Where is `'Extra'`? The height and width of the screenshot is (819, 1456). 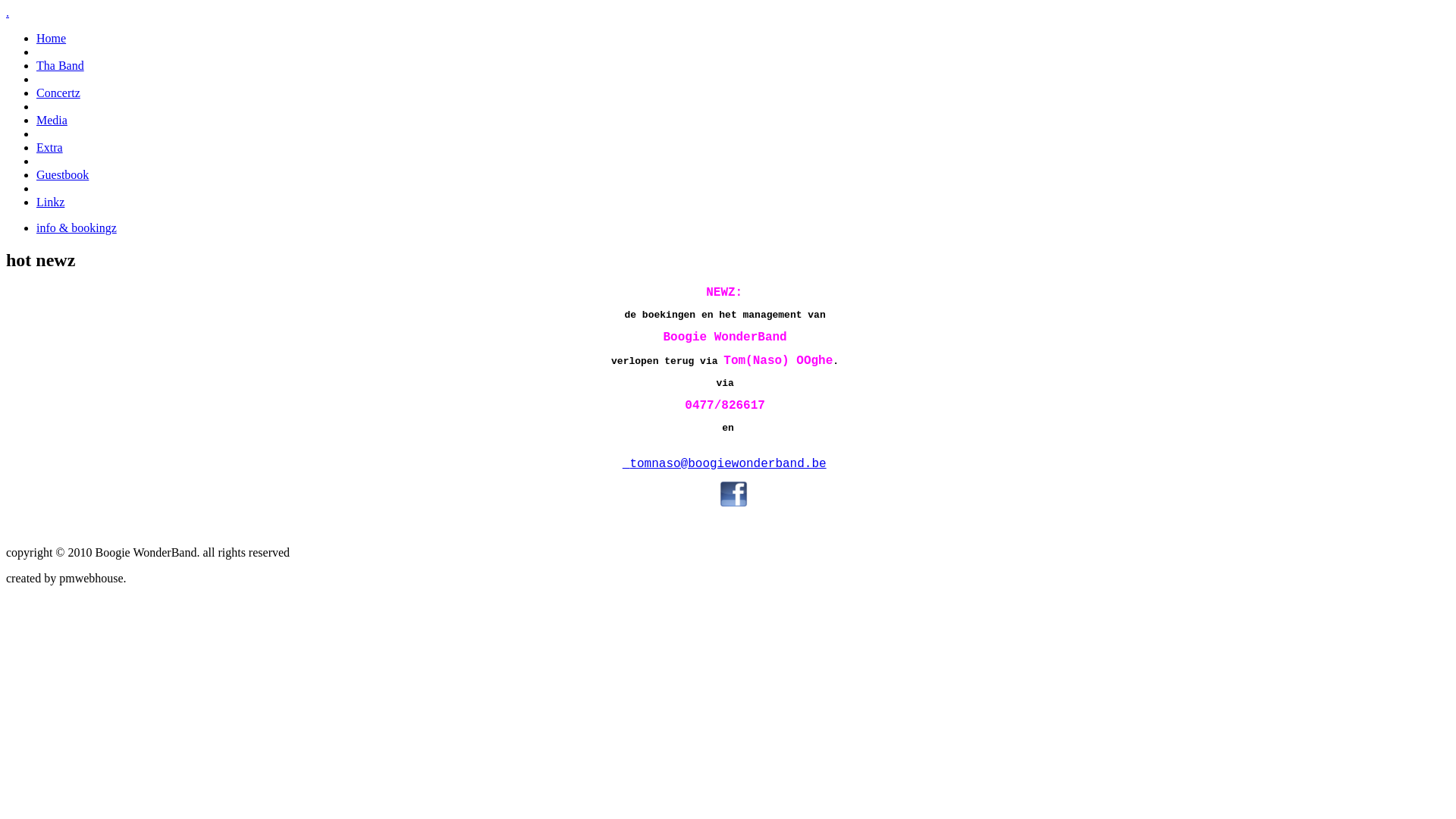
'Extra' is located at coordinates (36, 147).